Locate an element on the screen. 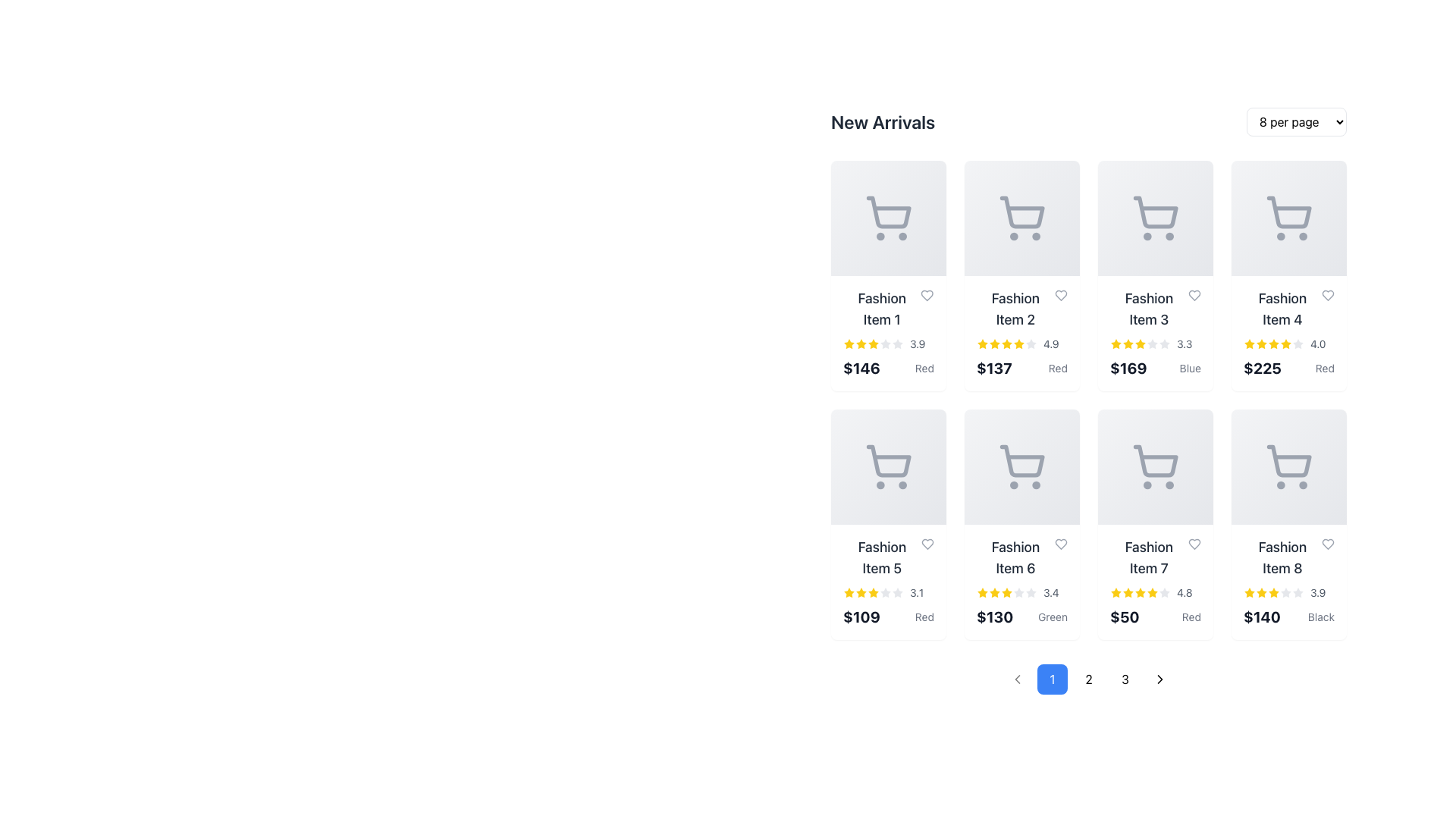  the text label displaying the rating '3.4', which is aligned with a series of five stars in the product card for 'Fashion Item 6' is located at coordinates (1050, 592).